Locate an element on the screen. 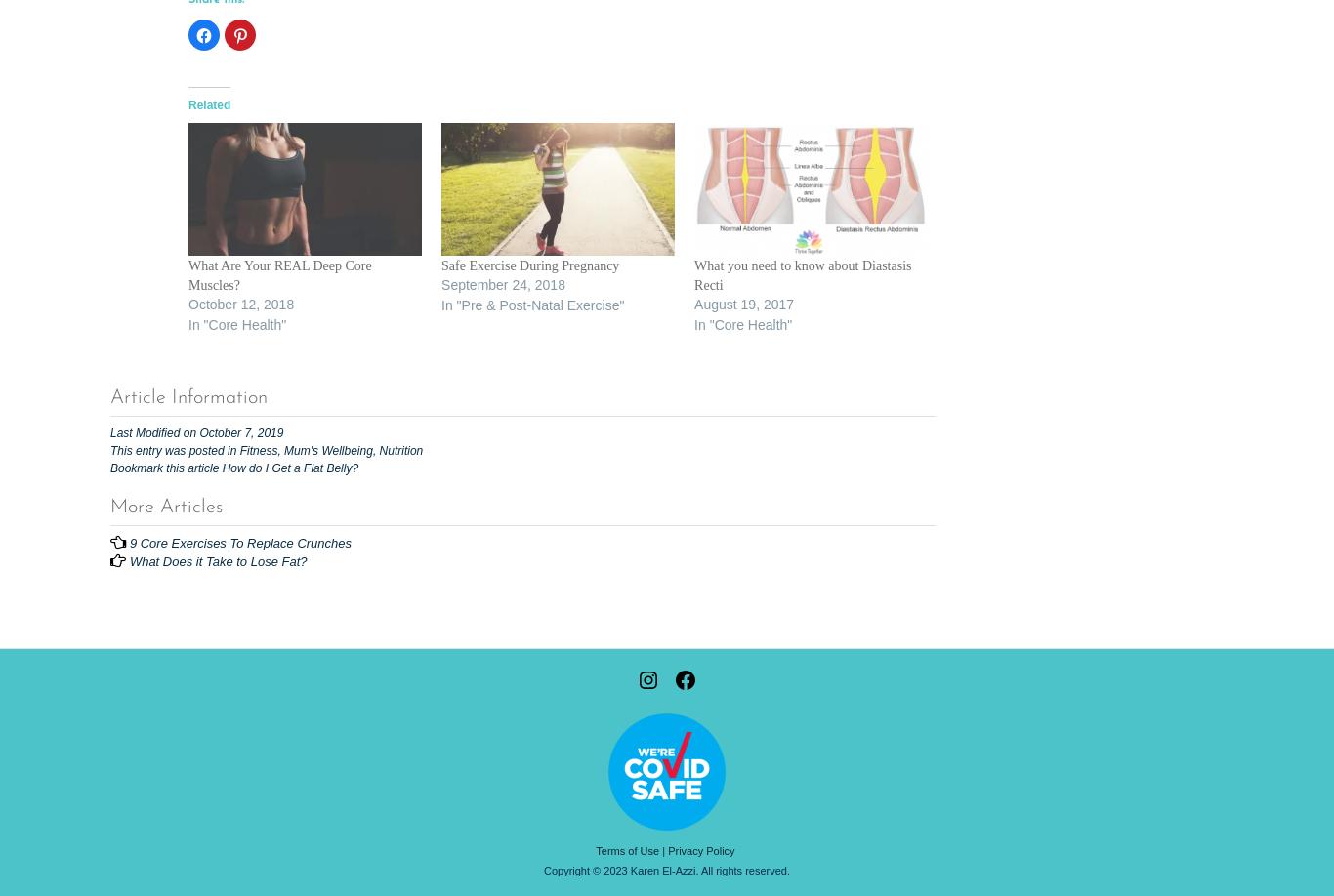 Image resolution: width=1334 pixels, height=896 pixels. 'What Does it Take to Lose Fat?' is located at coordinates (127, 559).